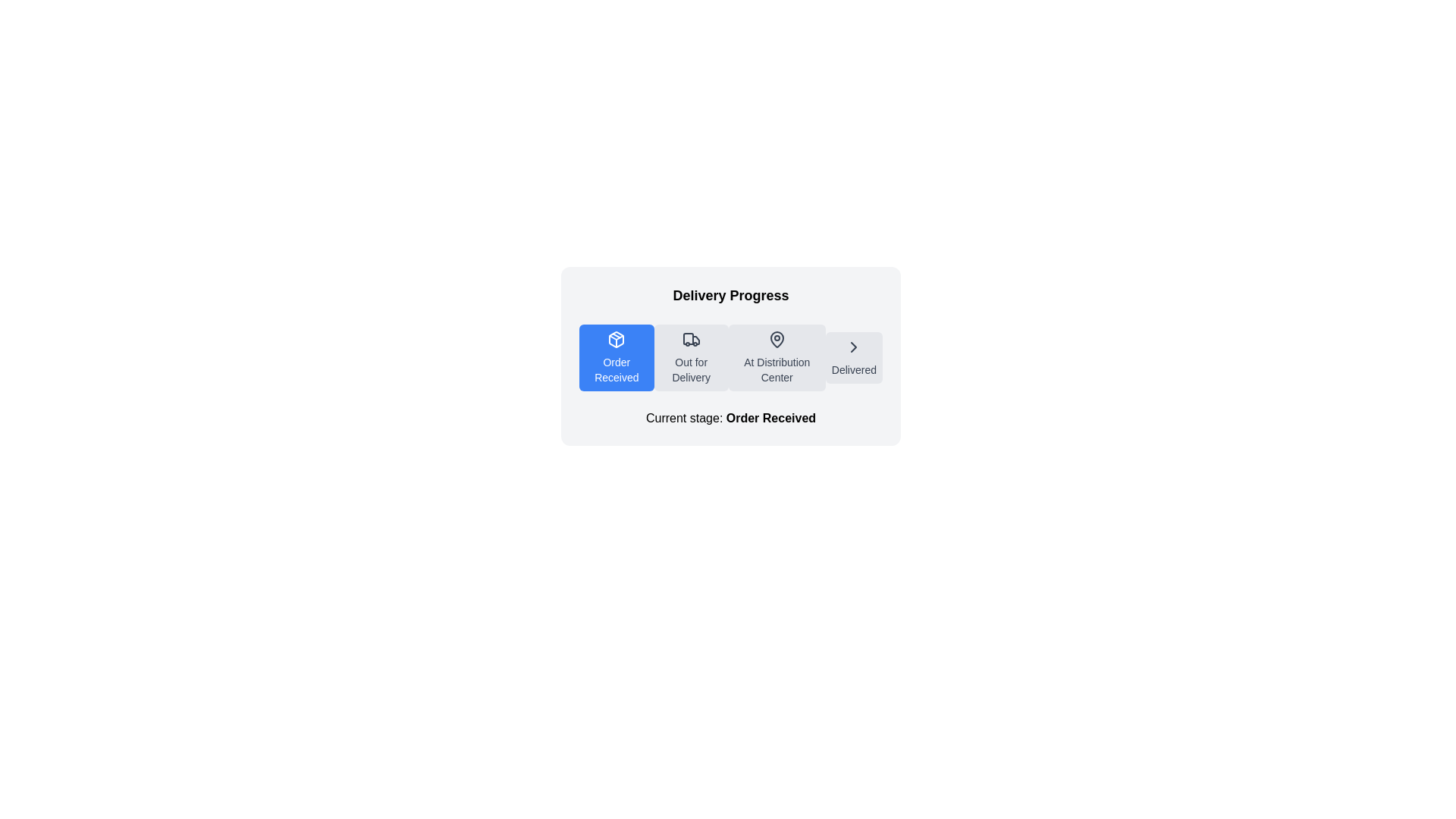 Image resolution: width=1456 pixels, height=819 pixels. I want to click on the 'Order Received' icon, which represents the initial stage in the delivery process, located at the top of the button on the leftmost side of the delivery stages progression bar, so click(617, 338).